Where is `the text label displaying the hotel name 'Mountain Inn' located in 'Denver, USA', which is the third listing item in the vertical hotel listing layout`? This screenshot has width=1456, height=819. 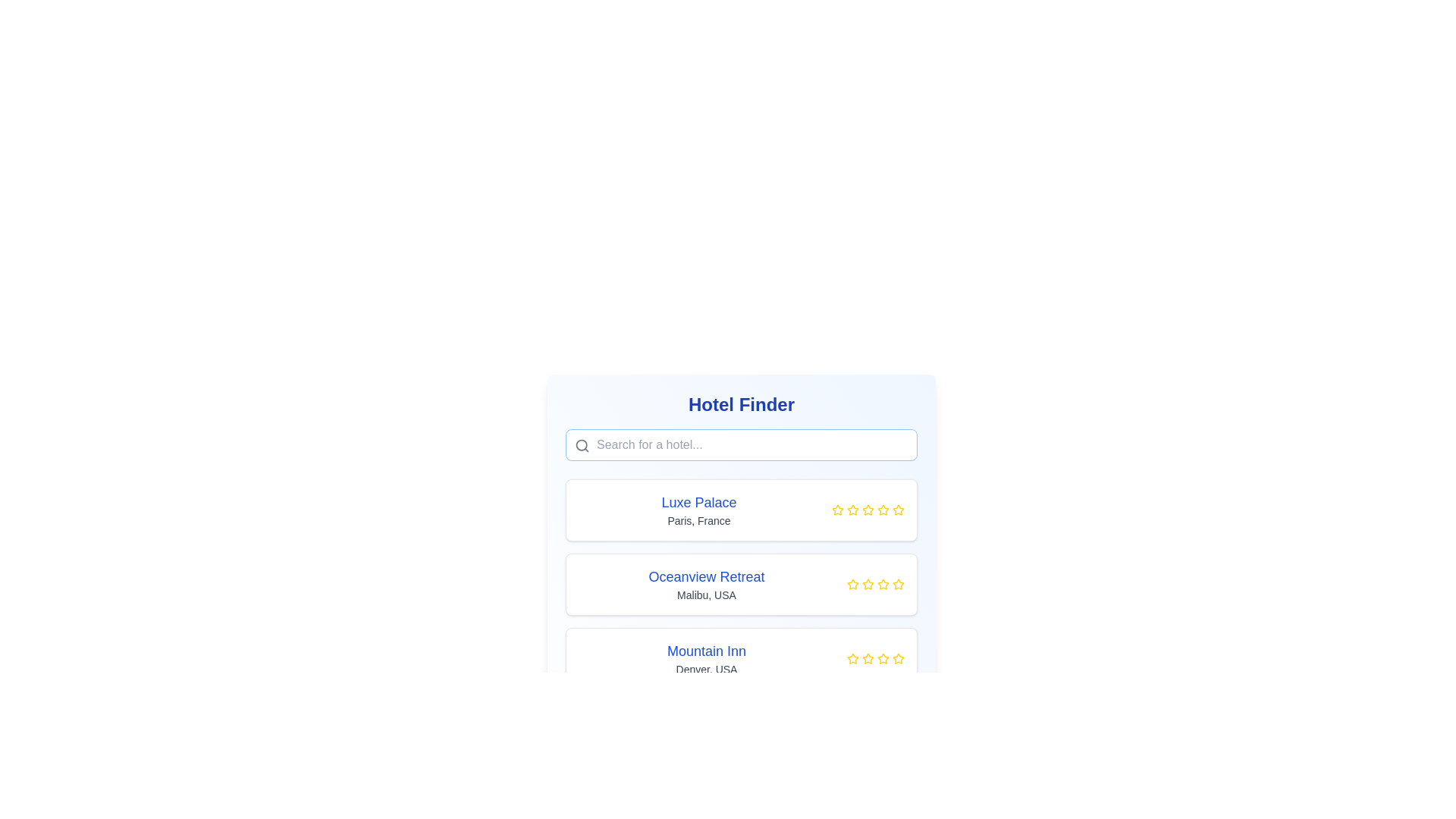
the text label displaying the hotel name 'Mountain Inn' located in 'Denver, USA', which is the third listing item in the vertical hotel listing layout is located at coordinates (705, 657).